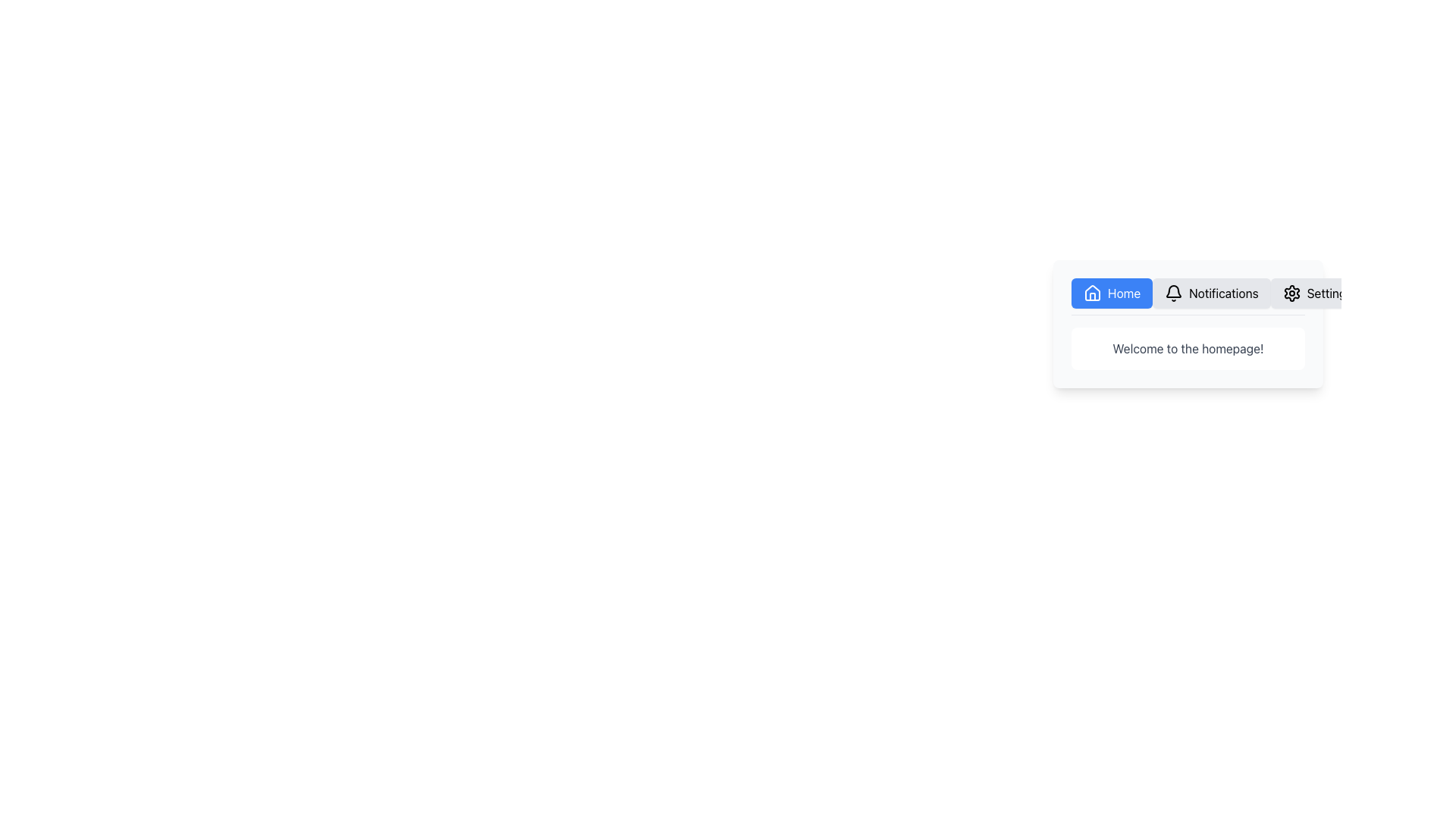  Describe the element at coordinates (1112, 293) in the screenshot. I see `the Home navigation button located in the top-left corner of the horizontal navigation bar` at that location.